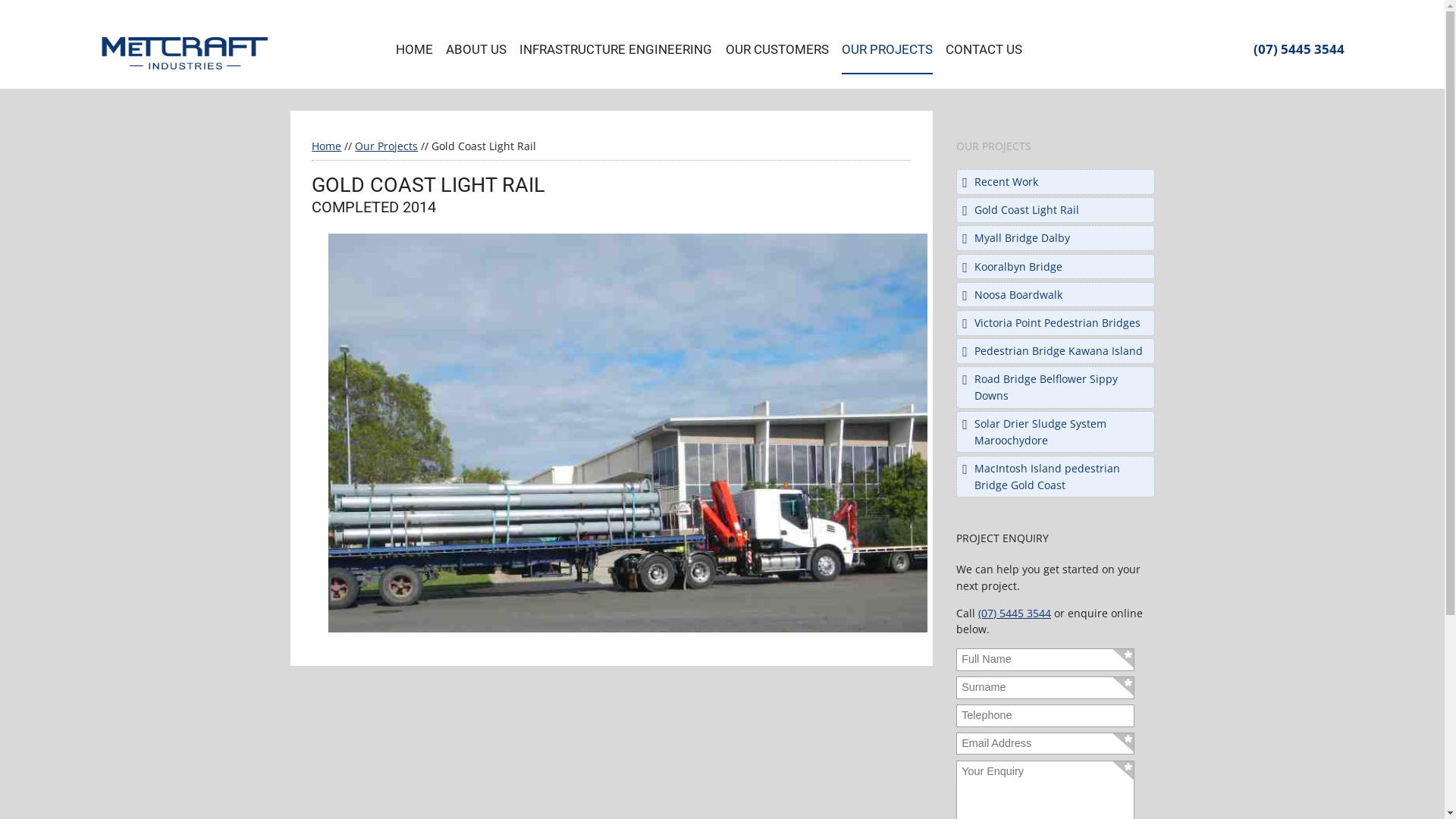 This screenshot has height=819, width=1456. I want to click on '(07) 5445 3544', so click(1252, 48).